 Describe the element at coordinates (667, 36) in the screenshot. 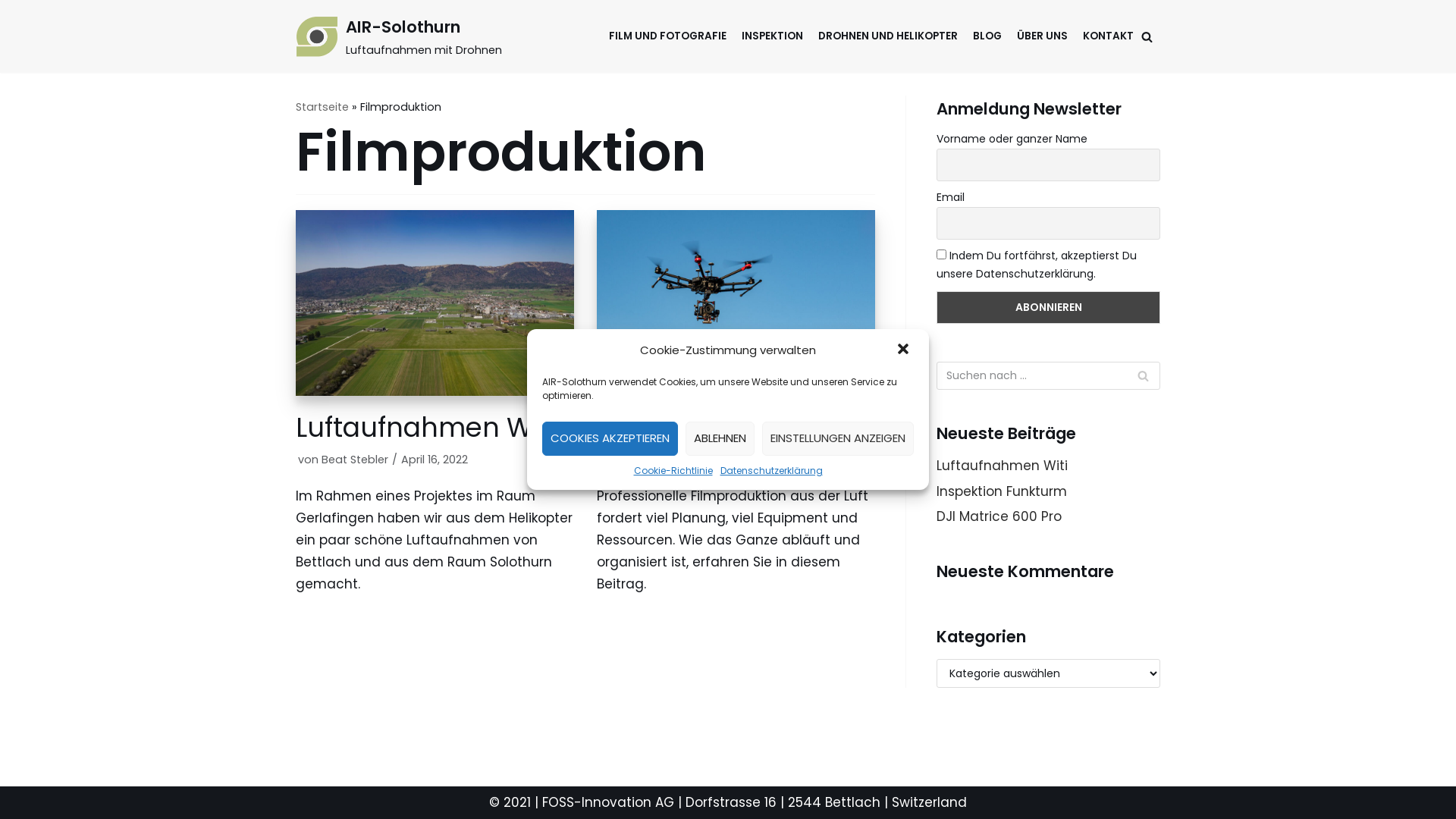

I see `'FILM UND FOTOGRAFIE'` at that location.